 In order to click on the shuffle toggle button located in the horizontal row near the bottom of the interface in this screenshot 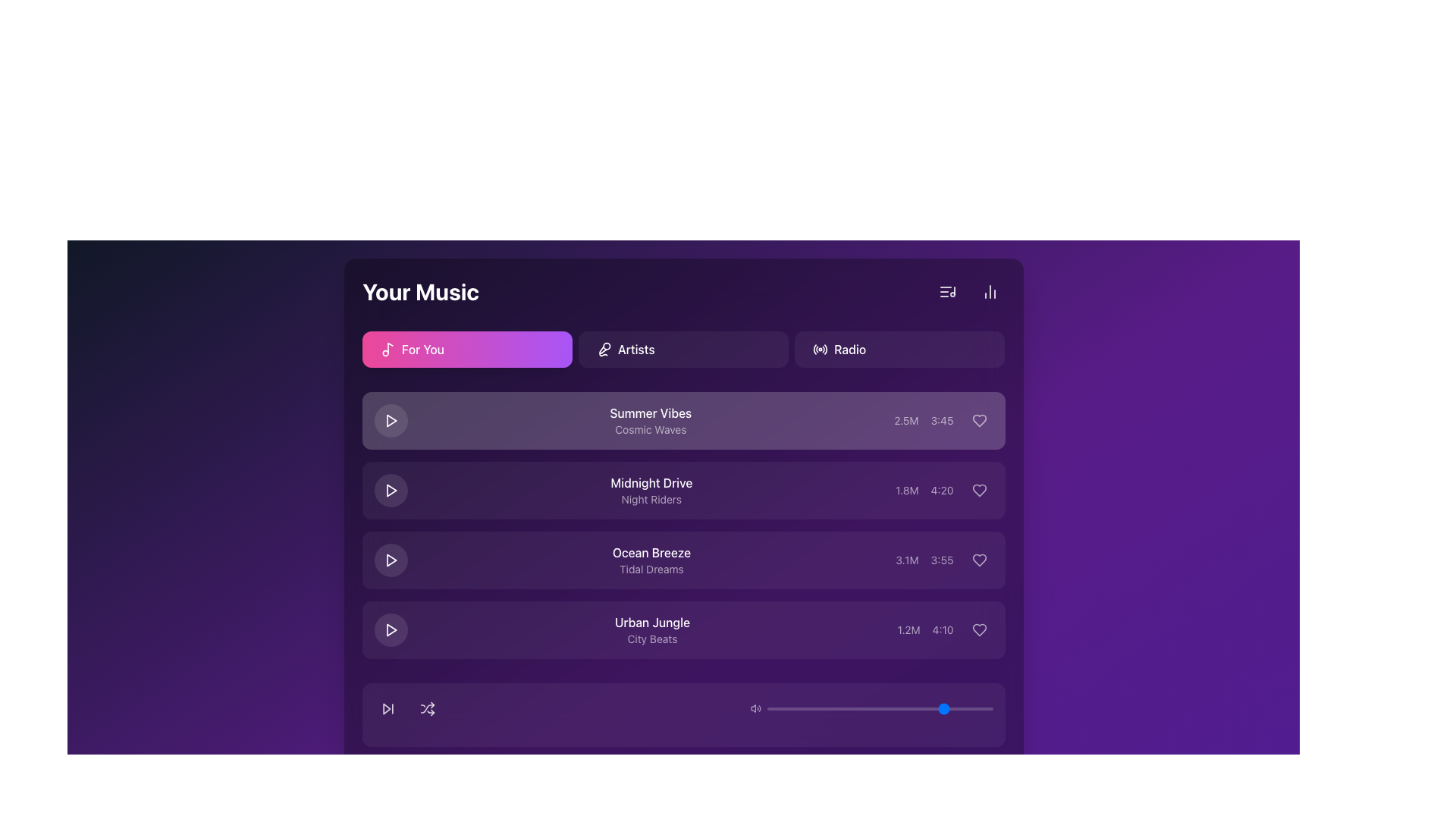, I will do `click(426, 708)`.